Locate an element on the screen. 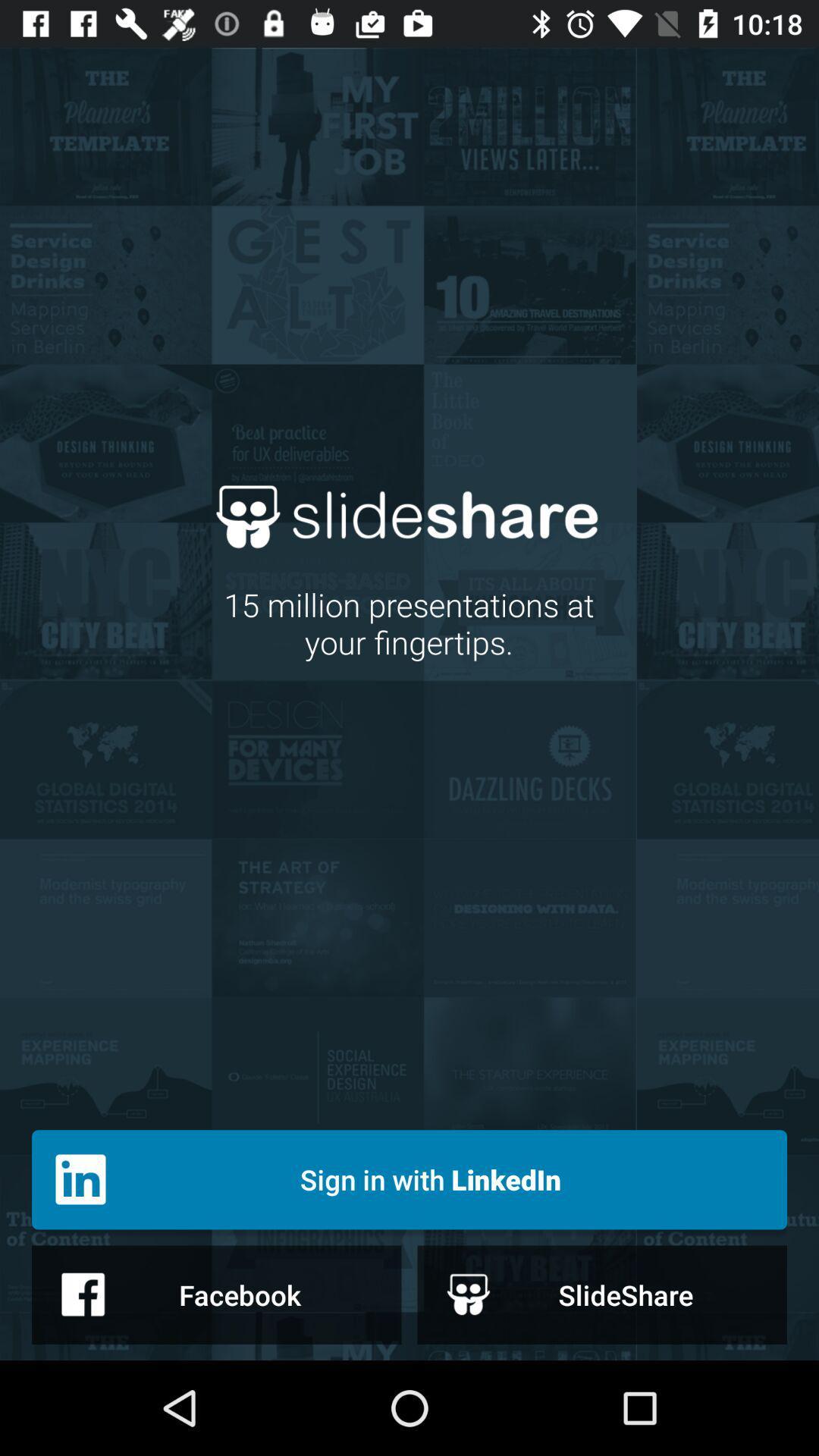 The width and height of the screenshot is (819, 1456). sign in with item is located at coordinates (409, 1178).